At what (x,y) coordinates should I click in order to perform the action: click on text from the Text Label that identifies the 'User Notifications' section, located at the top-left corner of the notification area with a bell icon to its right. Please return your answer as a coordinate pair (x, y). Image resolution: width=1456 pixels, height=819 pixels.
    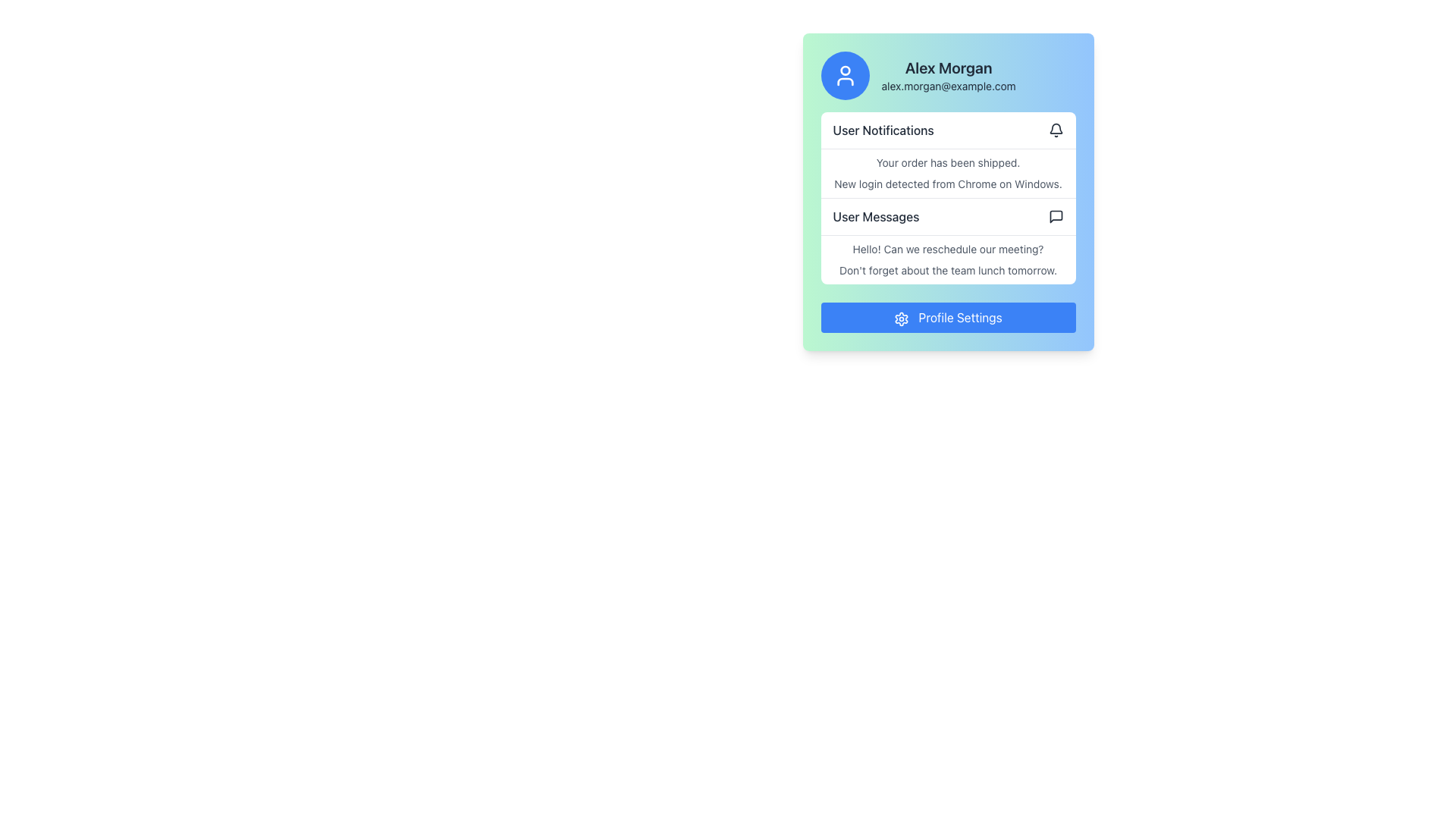
    Looking at the image, I should click on (883, 130).